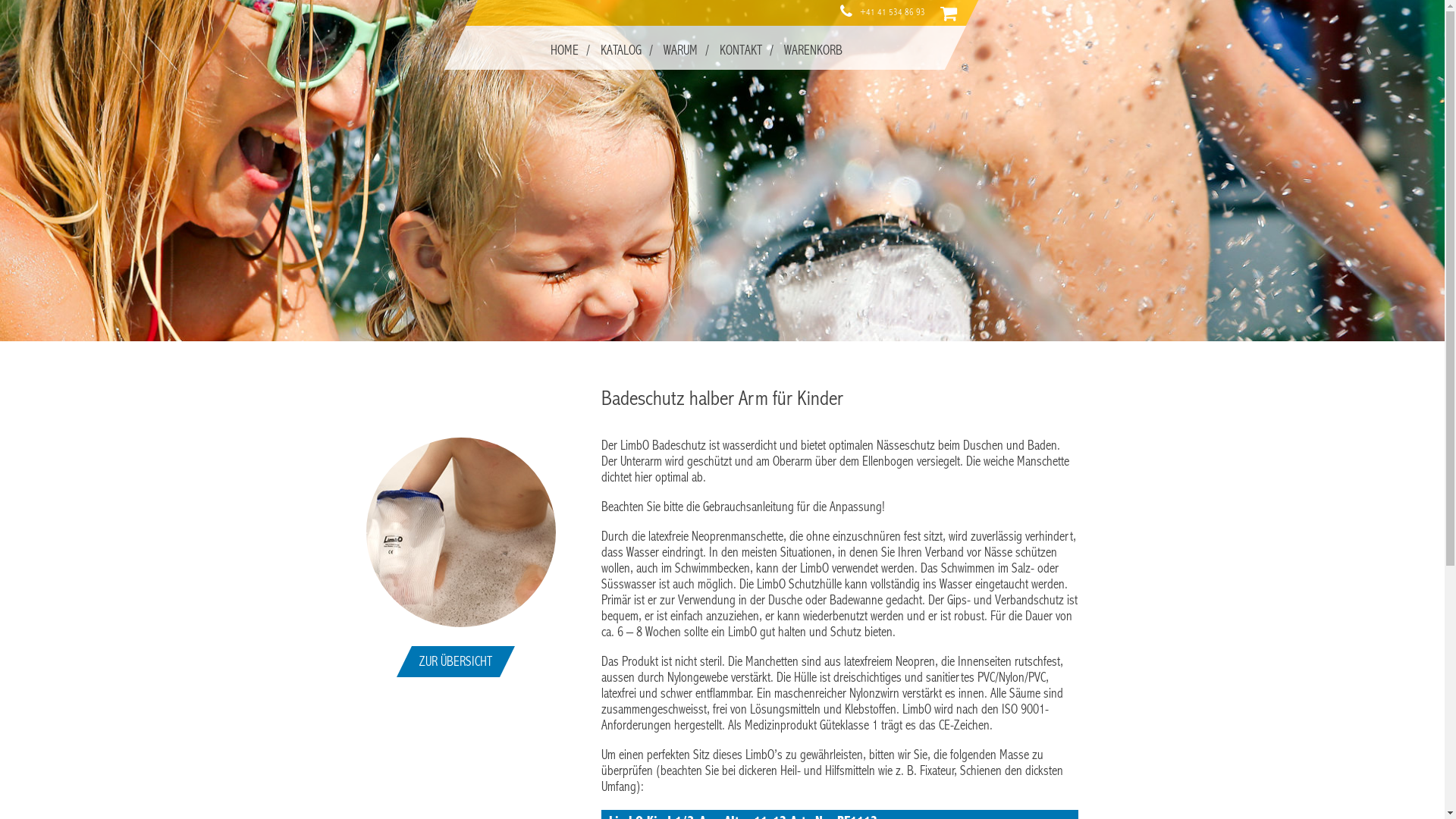 This screenshot has width=1456, height=819. Describe the element at coordinates (739, 49) in the screenshot. I see `'KONTAKT'` at that location.